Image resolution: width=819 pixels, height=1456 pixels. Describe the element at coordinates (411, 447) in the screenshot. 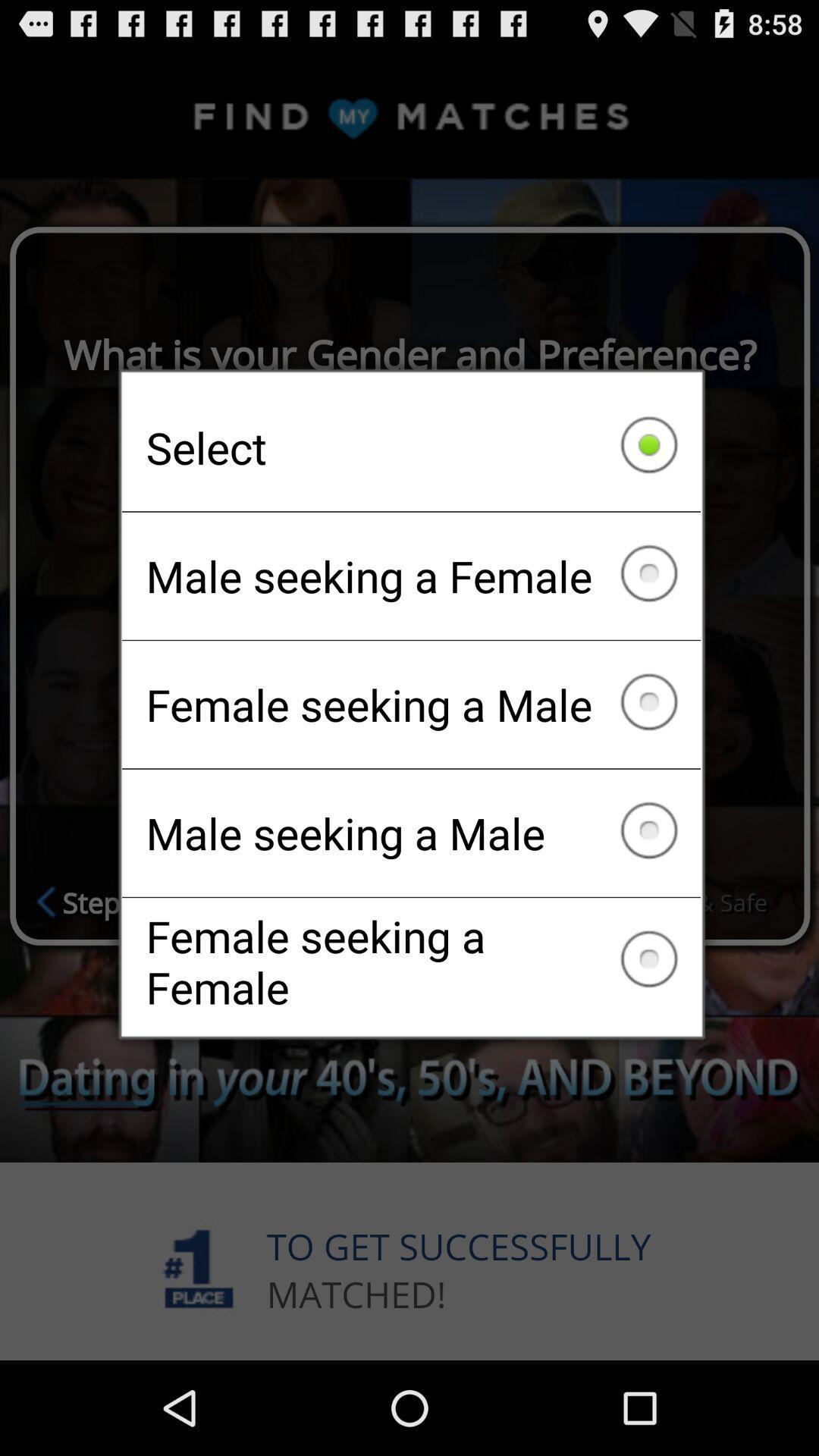

I see `the checkbox above the male seeking a icon` at that location.